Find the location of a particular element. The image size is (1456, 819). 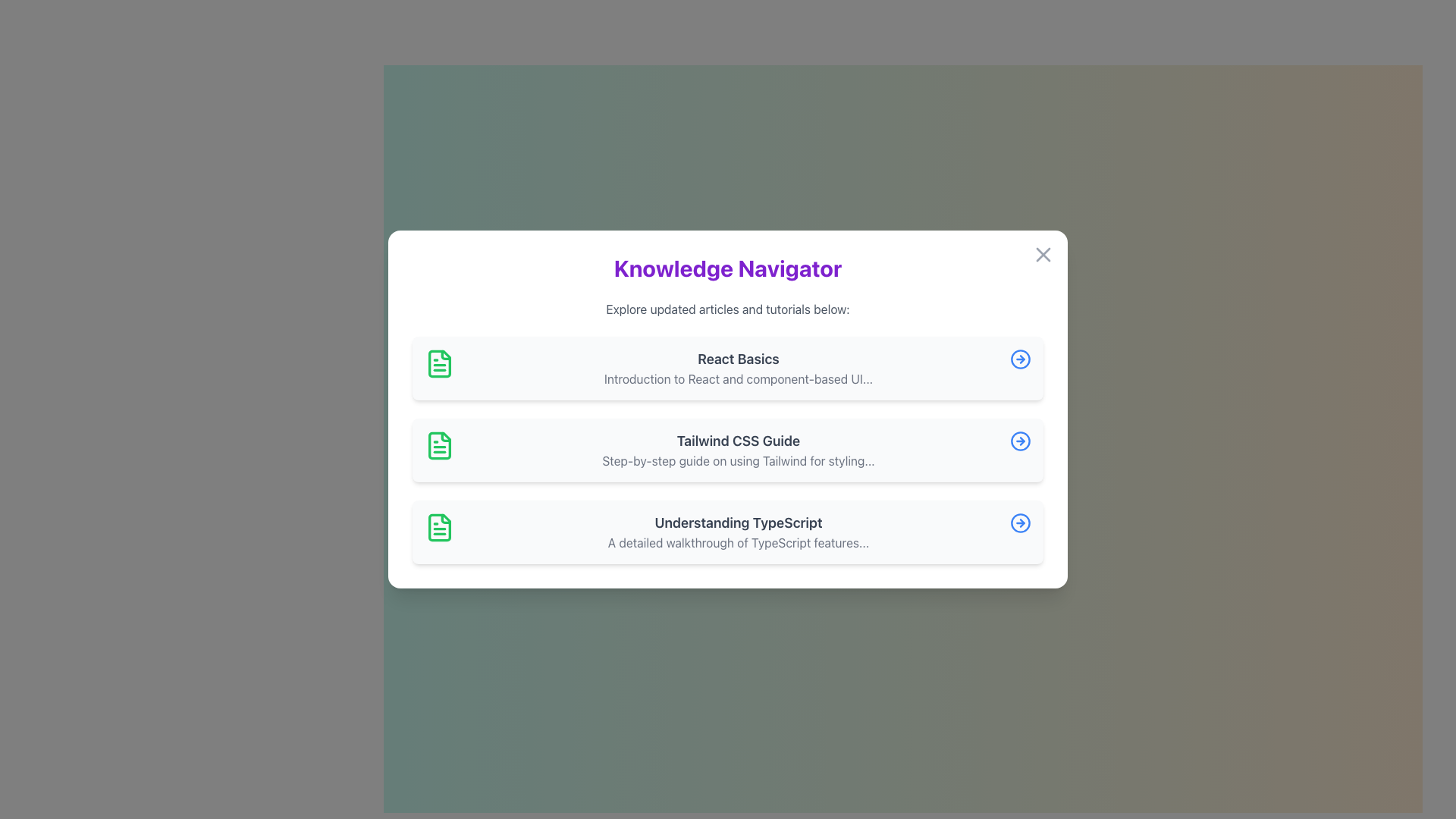

the 'Tailwind CSS Guide' text display is located at coordinates (739, 450).